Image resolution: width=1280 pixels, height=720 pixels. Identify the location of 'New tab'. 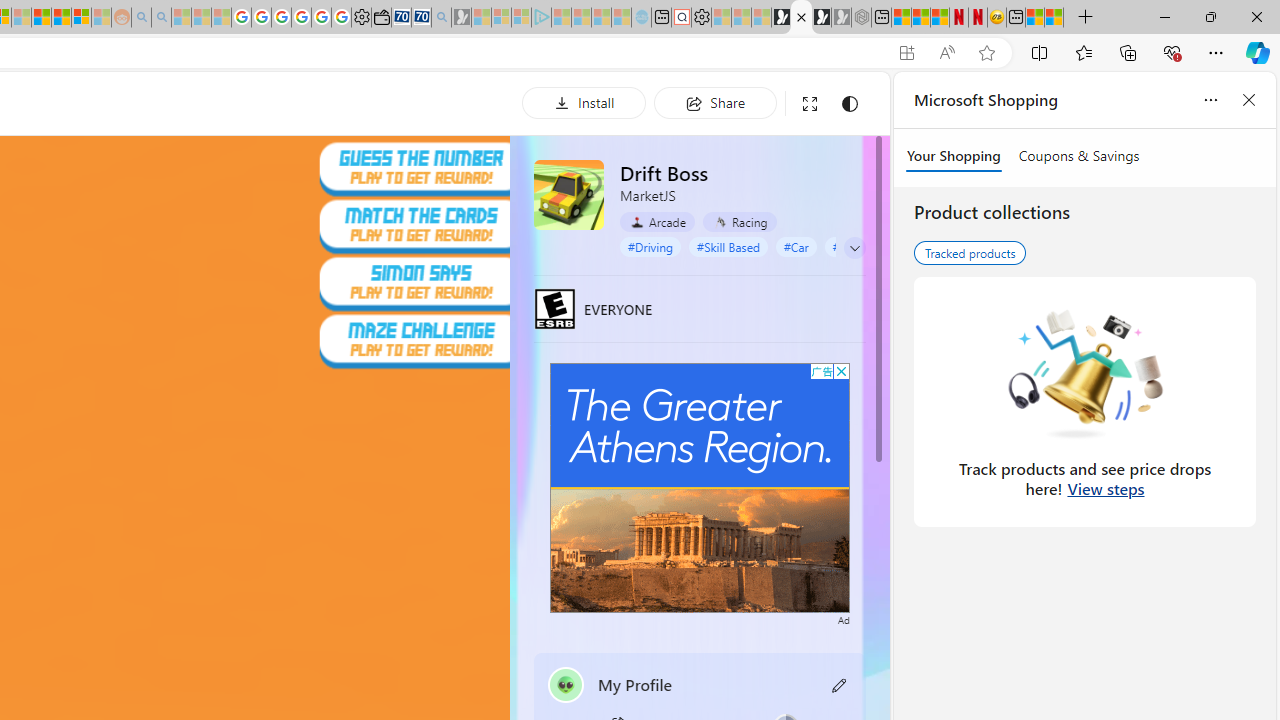
(1016, 17).